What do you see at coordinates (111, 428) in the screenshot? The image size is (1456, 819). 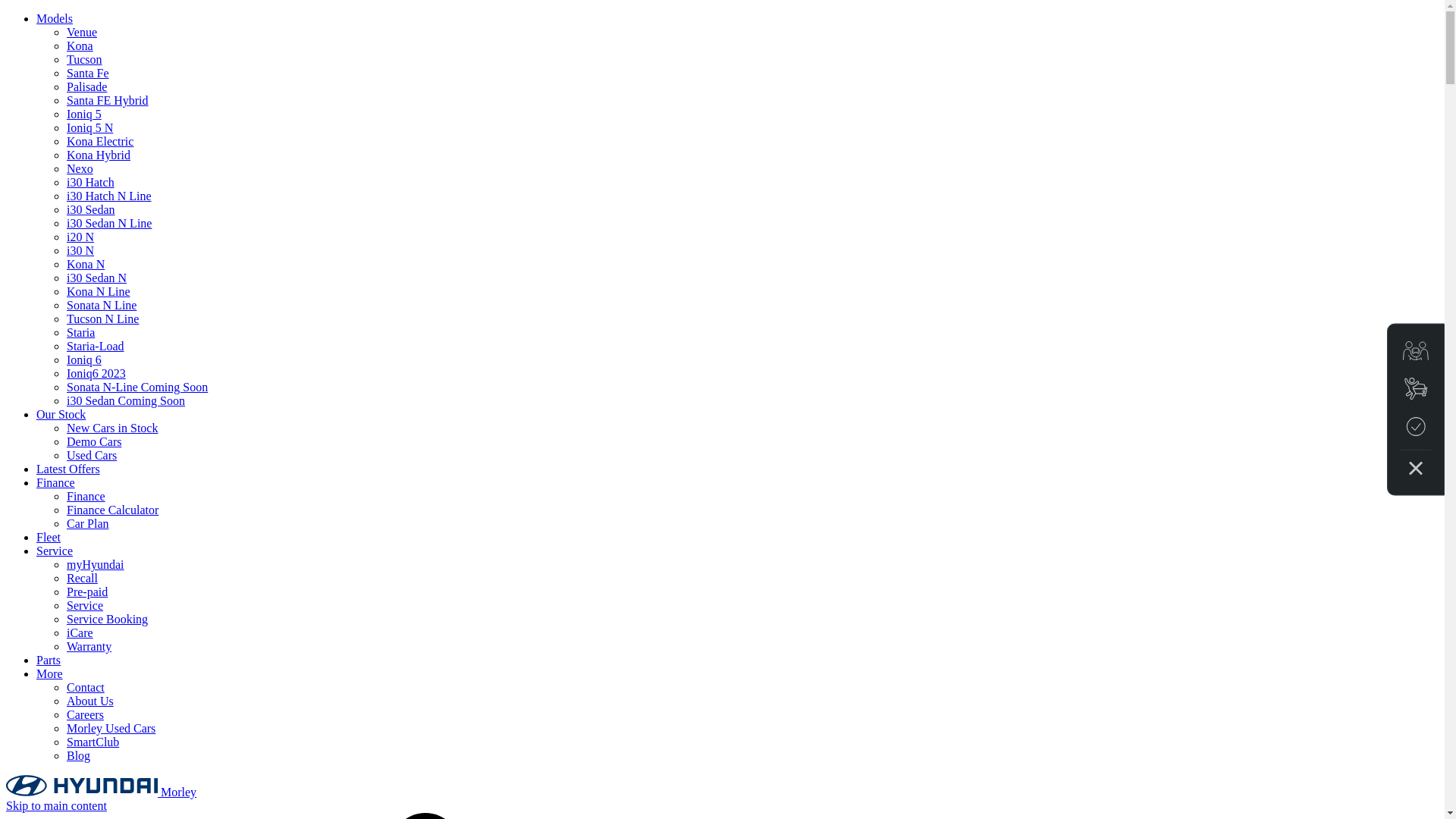 I see `'New Cars in Stock'` at bounding box center [111, 428].